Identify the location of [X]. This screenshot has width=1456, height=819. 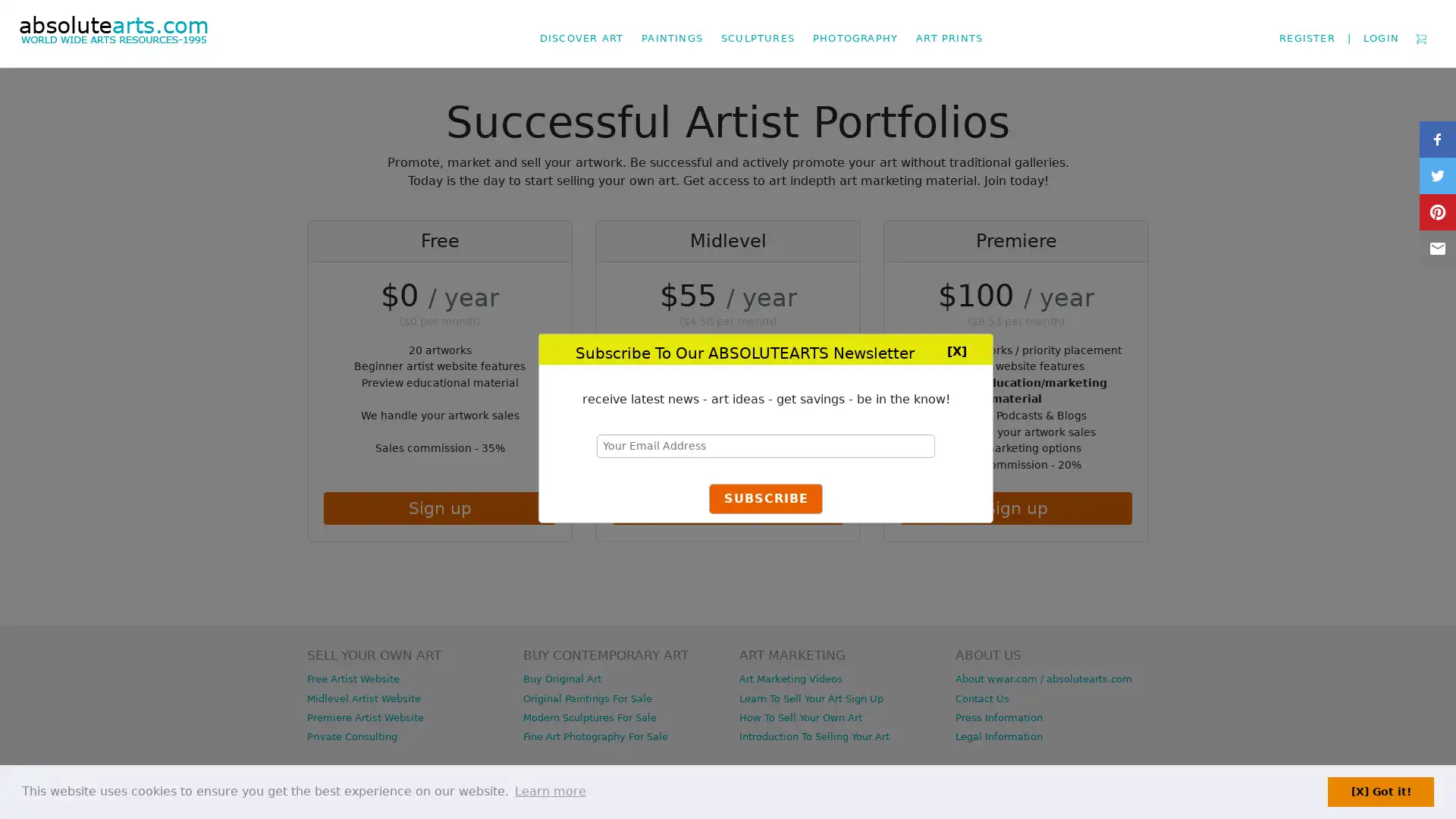
(955, 350).